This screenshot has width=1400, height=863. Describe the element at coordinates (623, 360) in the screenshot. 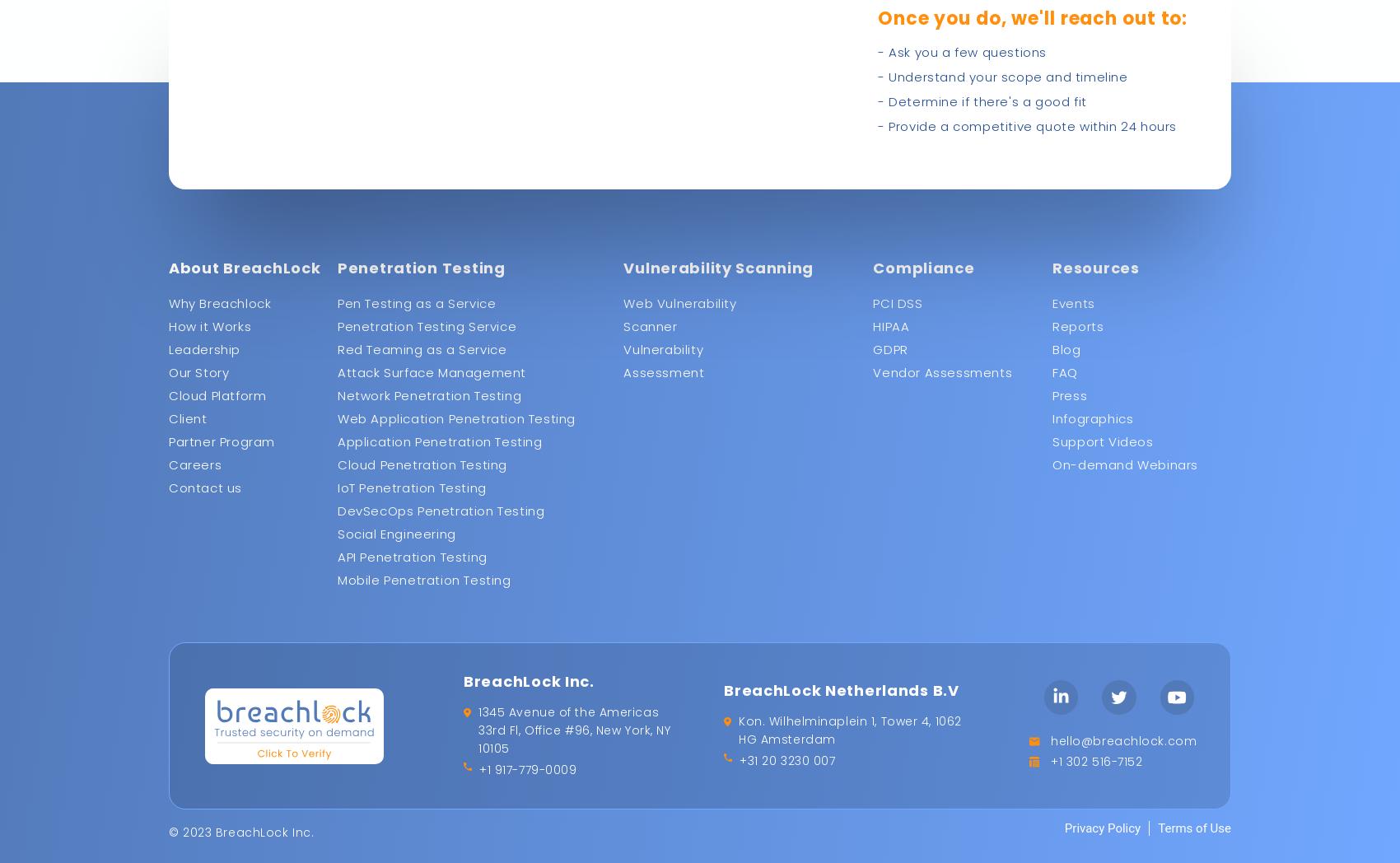

I see `'Vulnerability Assessment'` at that location.